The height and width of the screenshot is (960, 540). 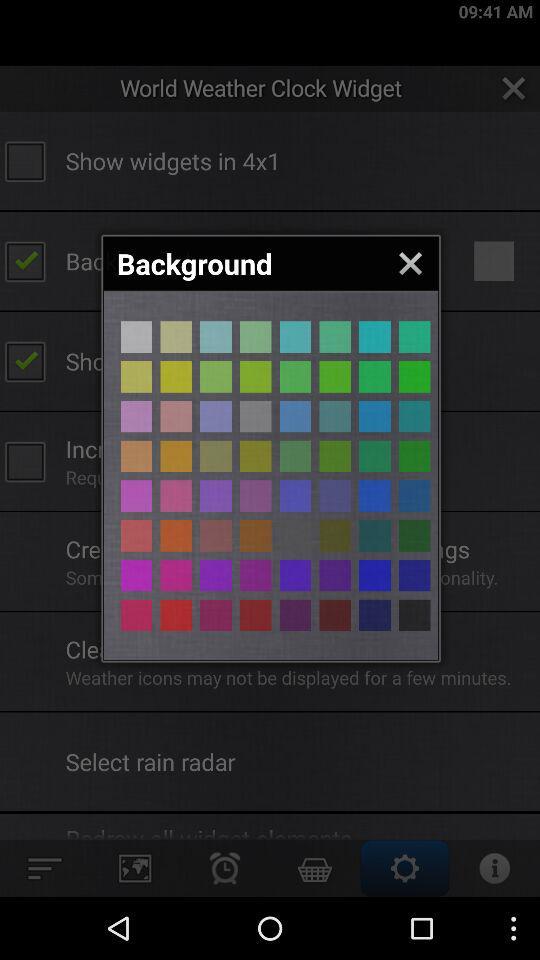 What do you see at coordinates (135, 375) in the screenshot?
I see `colour` at bounding box center [135, 375].